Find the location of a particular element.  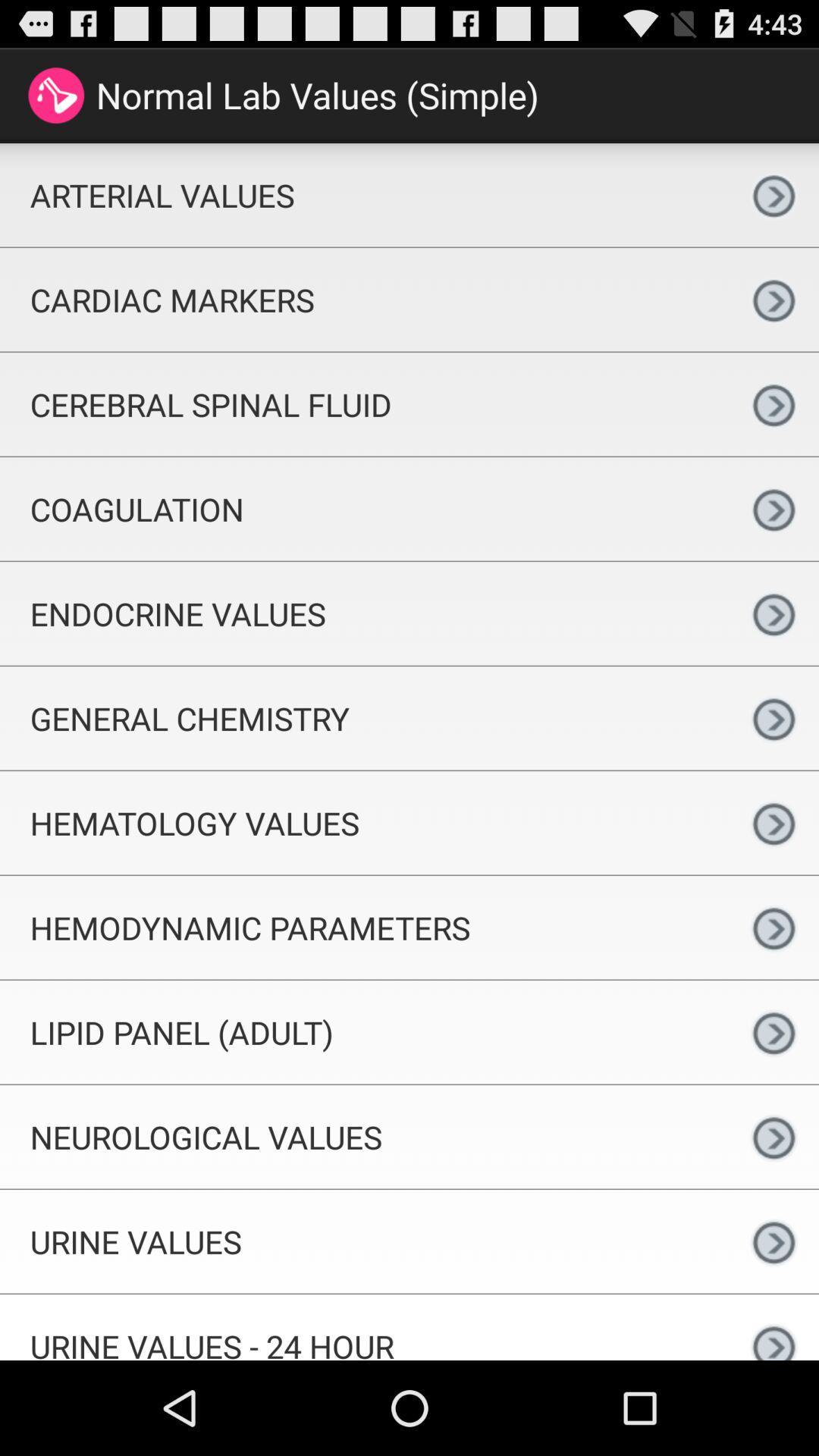

lipid panel (adult) item is located at coordinates (364, 1031).